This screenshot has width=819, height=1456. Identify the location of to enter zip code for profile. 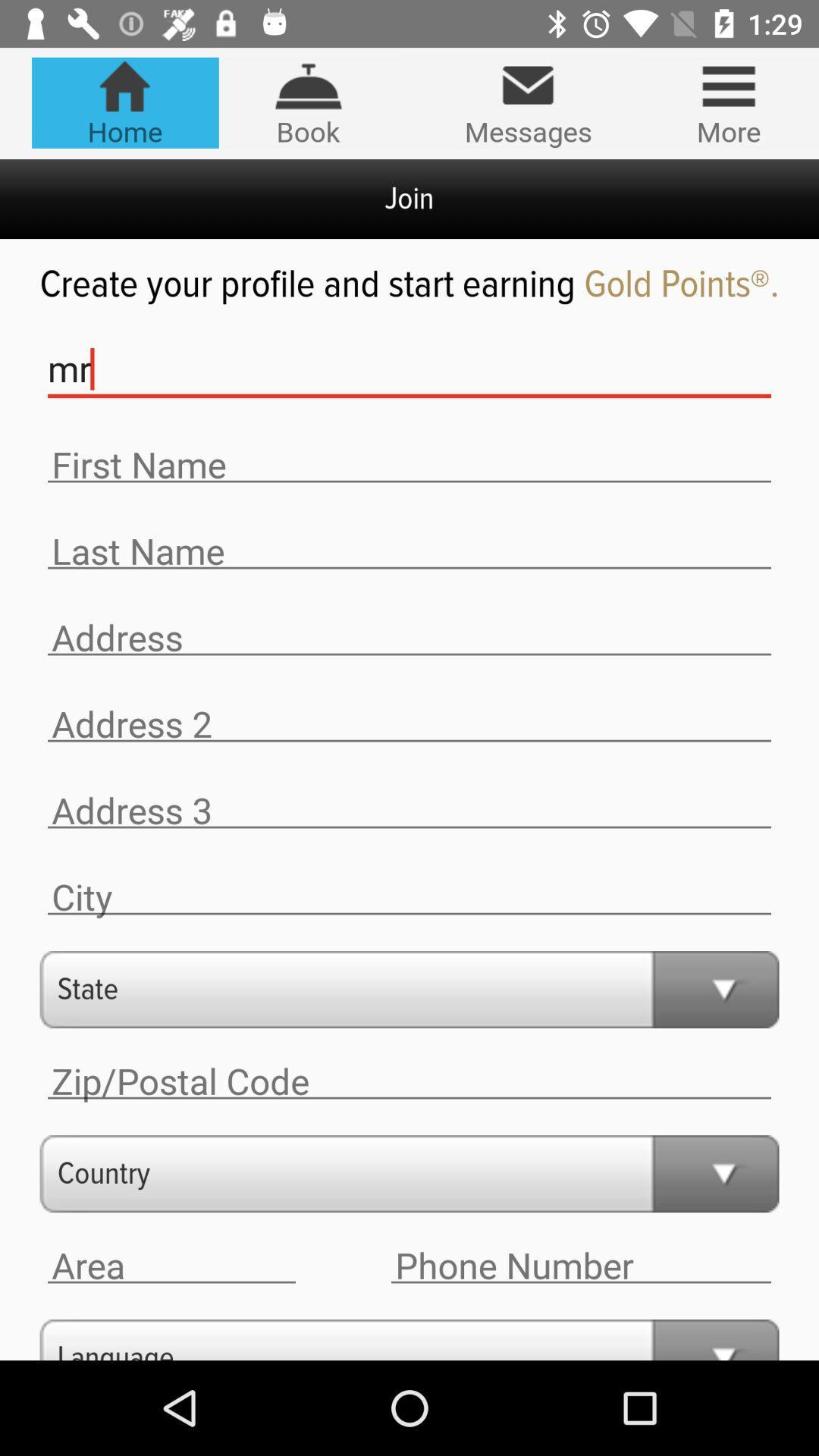
(409, 1081).